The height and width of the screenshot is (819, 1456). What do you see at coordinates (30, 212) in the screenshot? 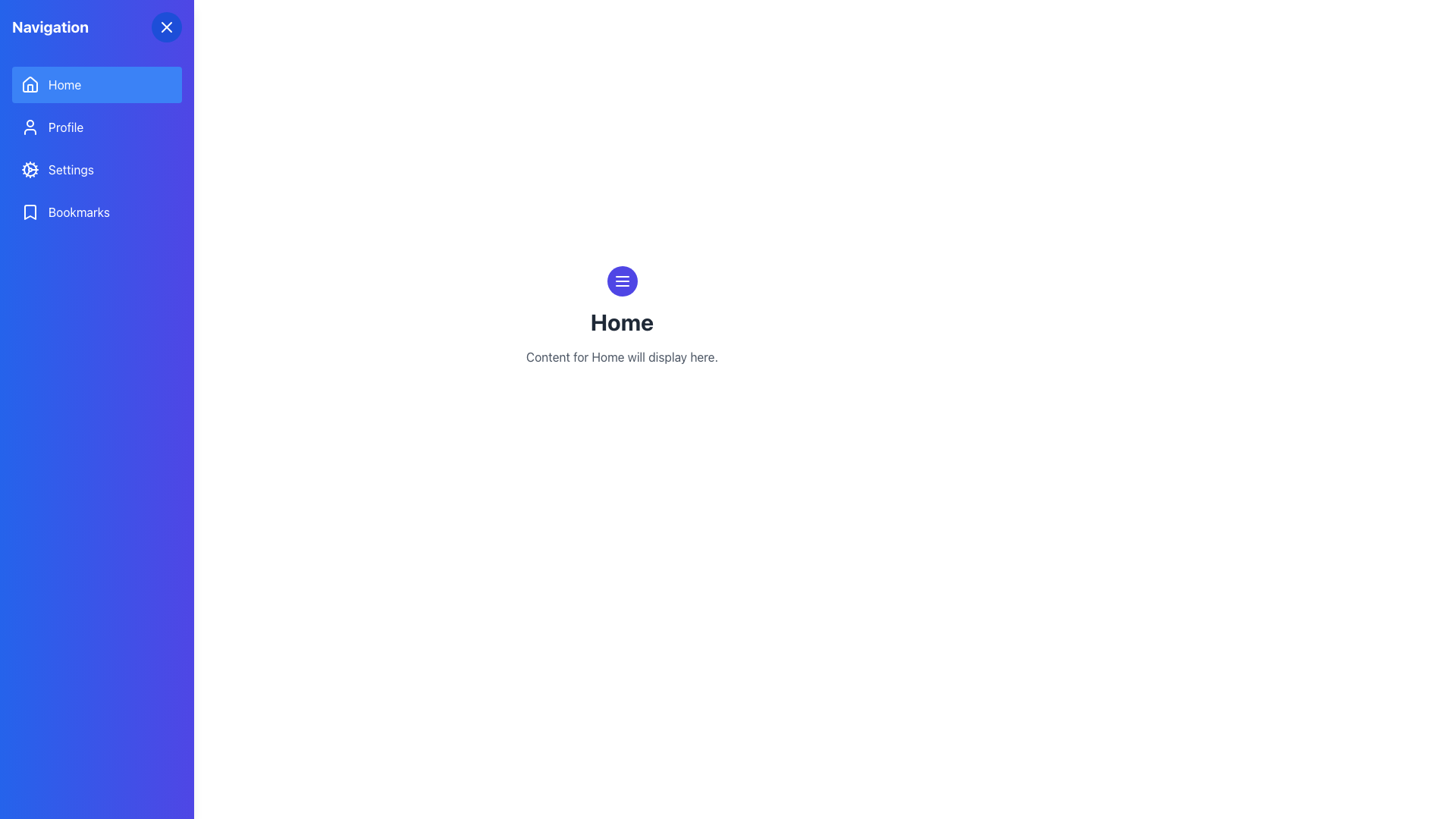
I see `the bookmark icon in the navigation sidebar, located to the left of the 'Bookmarks' text label` at bounding box center [30, 212].